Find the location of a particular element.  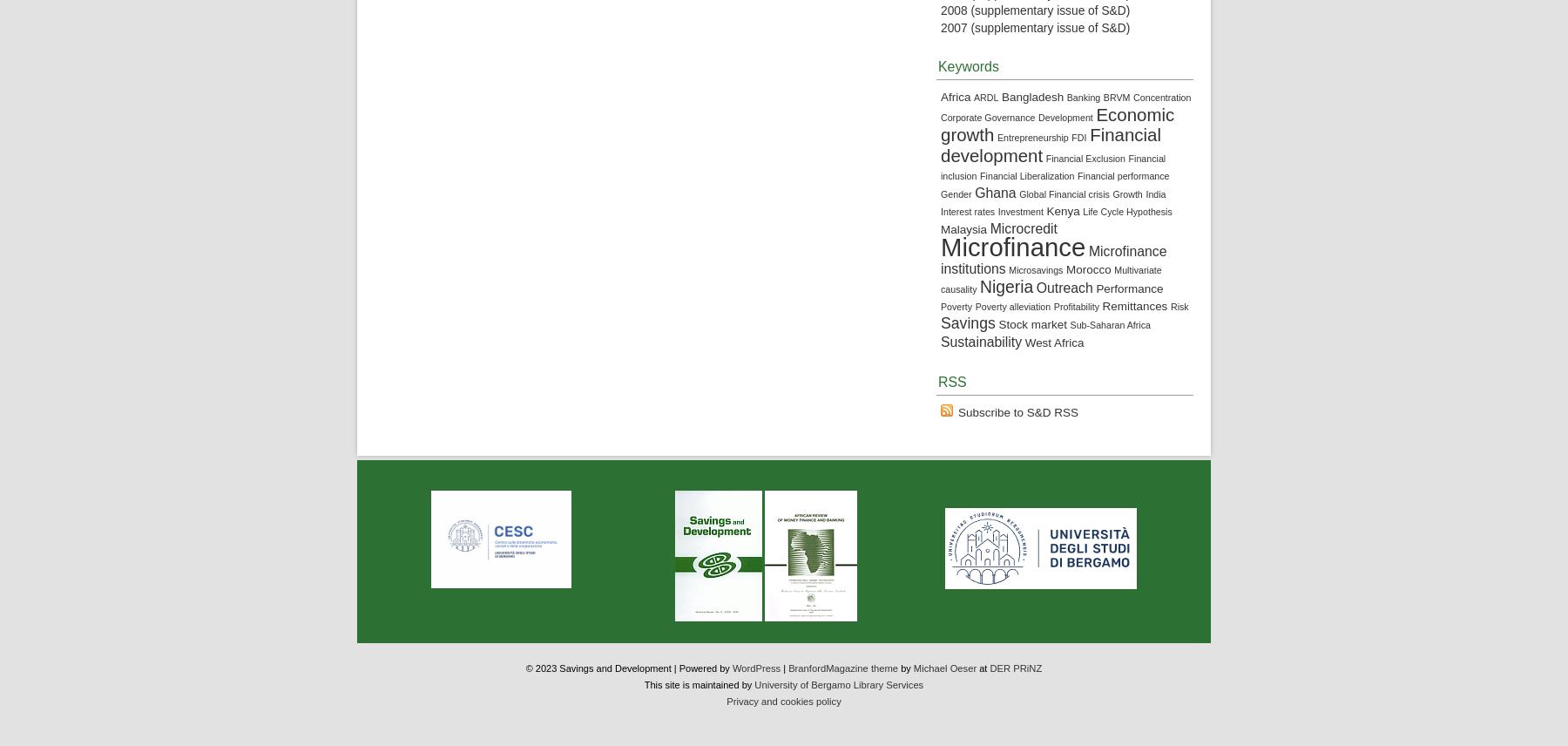

'Concentration' is located at coordinates (1161, 96).